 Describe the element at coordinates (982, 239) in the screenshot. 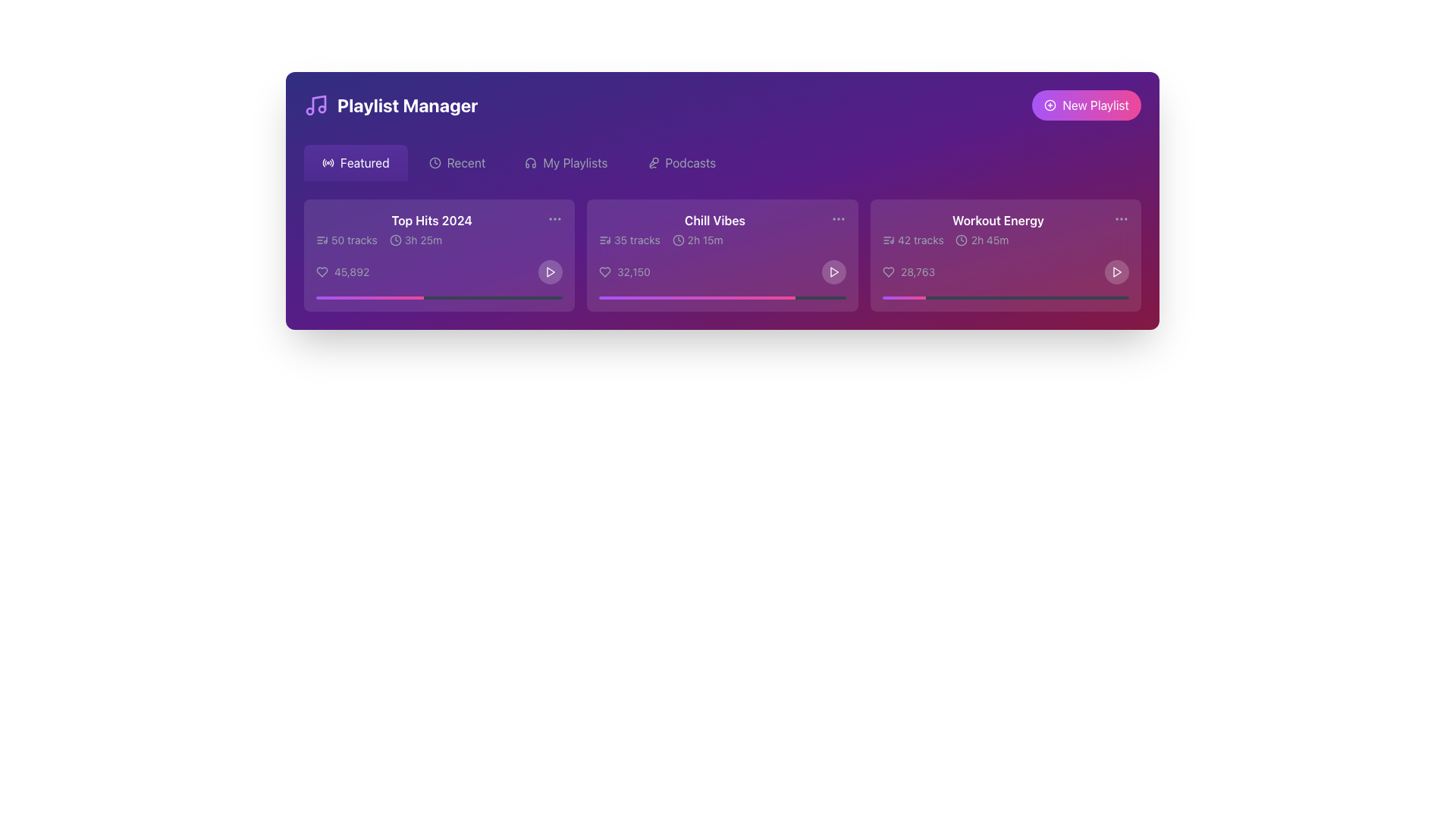

I see `the Duration label with a clock icon and text '2h 45m'` at that location.